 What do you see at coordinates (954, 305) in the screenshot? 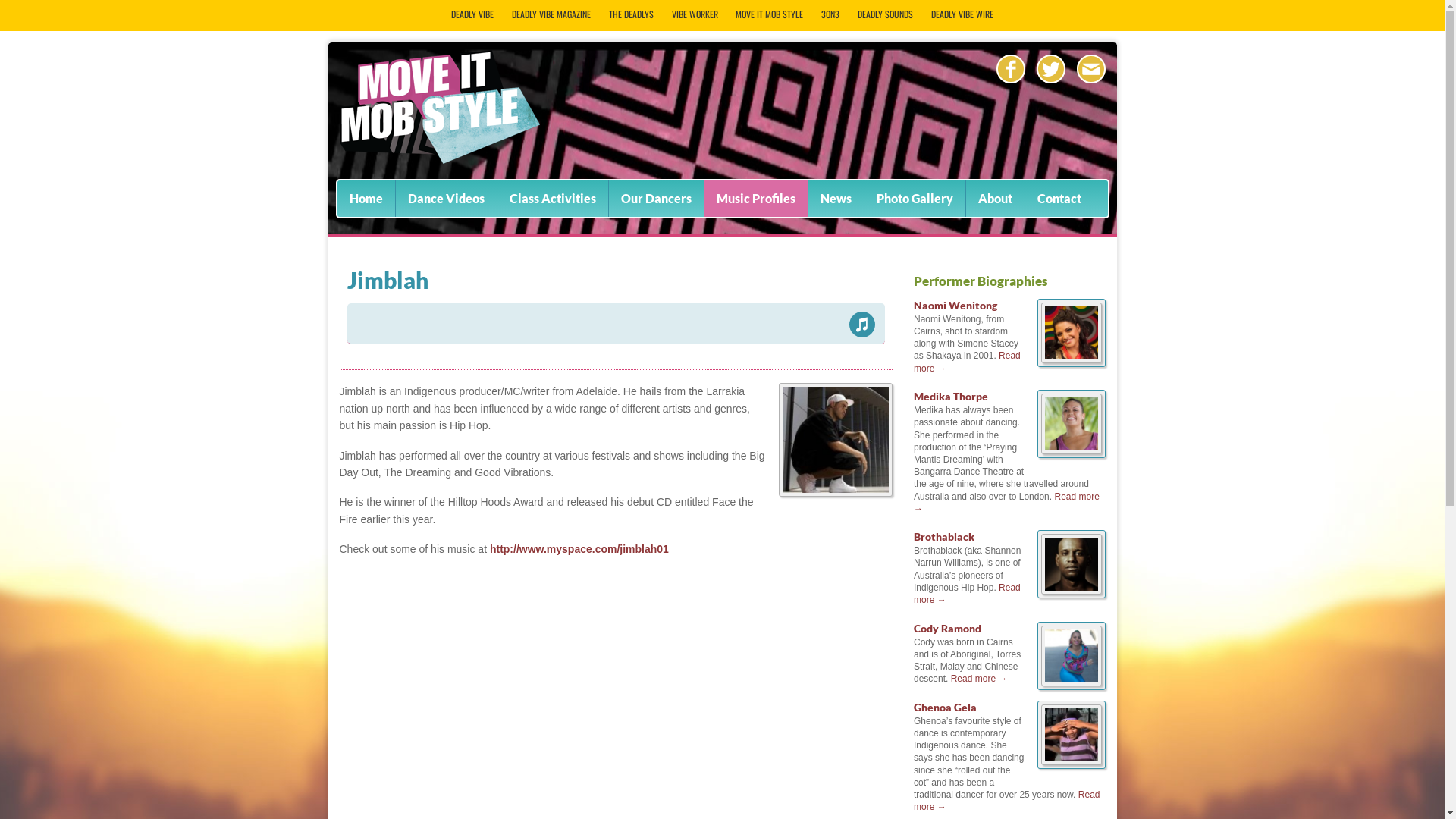
I see `'Naomi Wenitong'` at bounding box center [954, 305].